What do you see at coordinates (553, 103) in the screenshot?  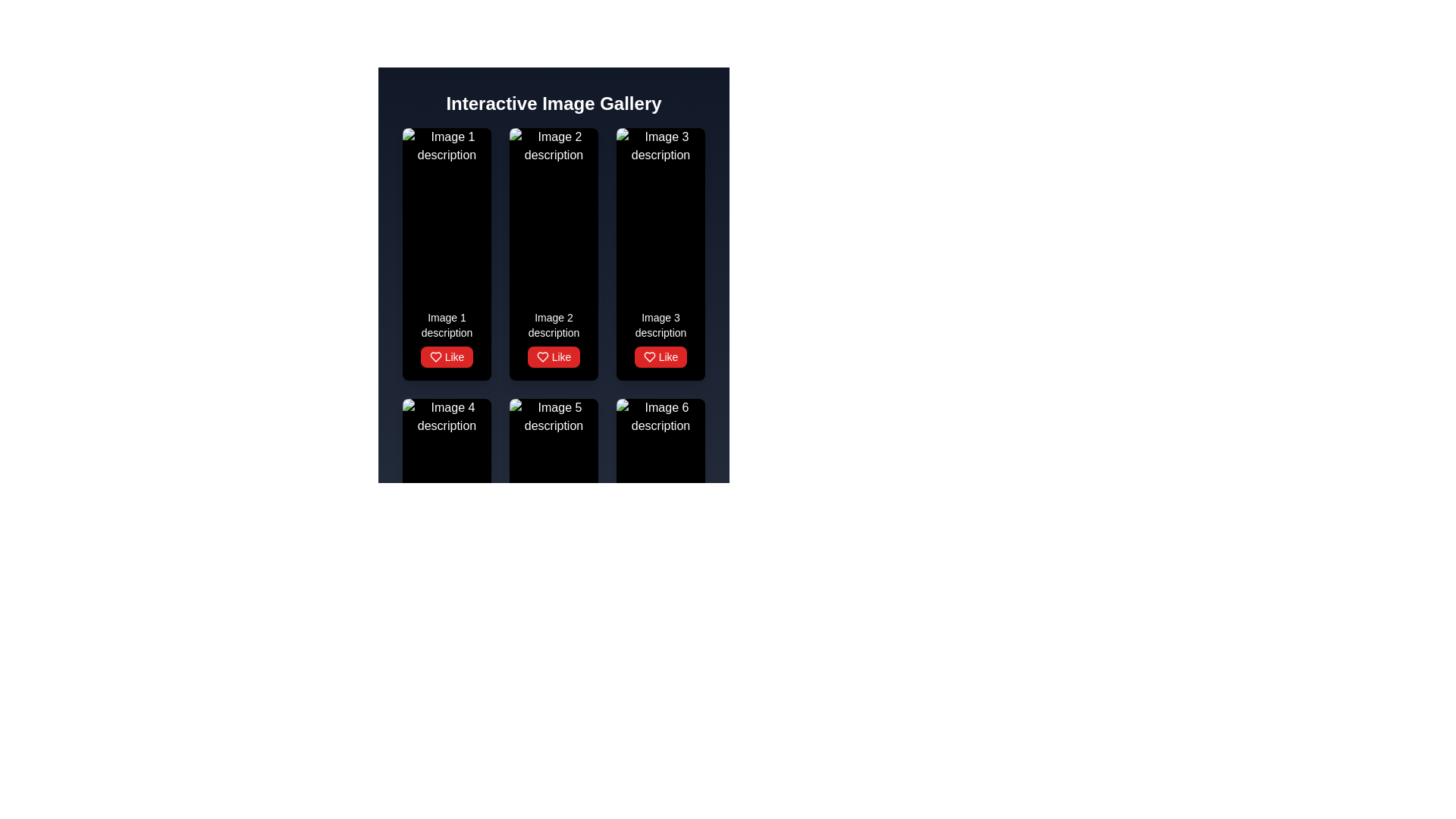 I see `the large, bold text label reading 'Interactive Image Gallery' located at the top center of the interface` at bounding box center [553, 103].